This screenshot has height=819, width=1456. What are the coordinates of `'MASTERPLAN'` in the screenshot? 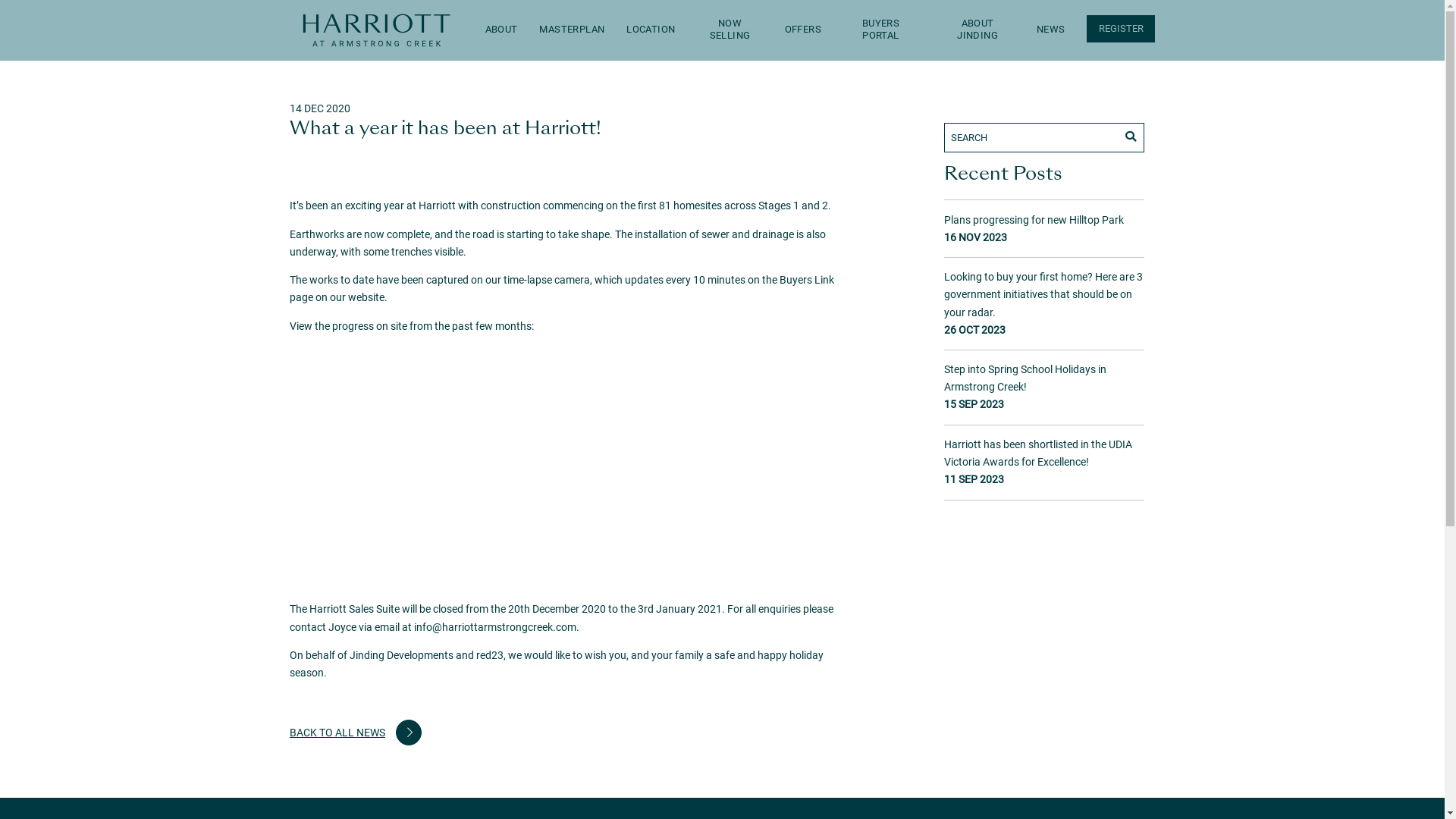 It's located at (570, 30).